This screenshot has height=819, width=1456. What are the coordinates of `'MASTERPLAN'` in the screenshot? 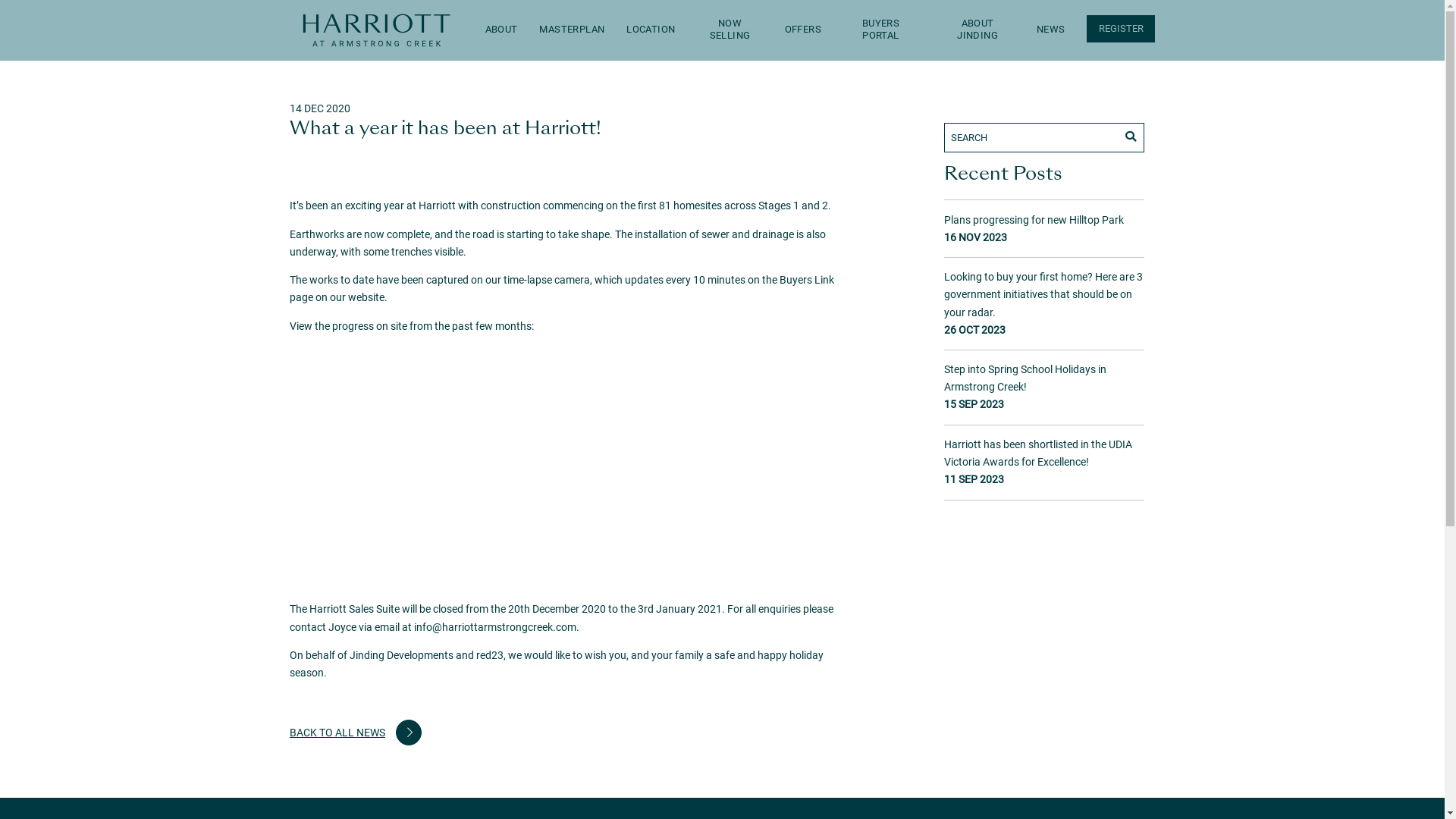 It's located at (570, 30).